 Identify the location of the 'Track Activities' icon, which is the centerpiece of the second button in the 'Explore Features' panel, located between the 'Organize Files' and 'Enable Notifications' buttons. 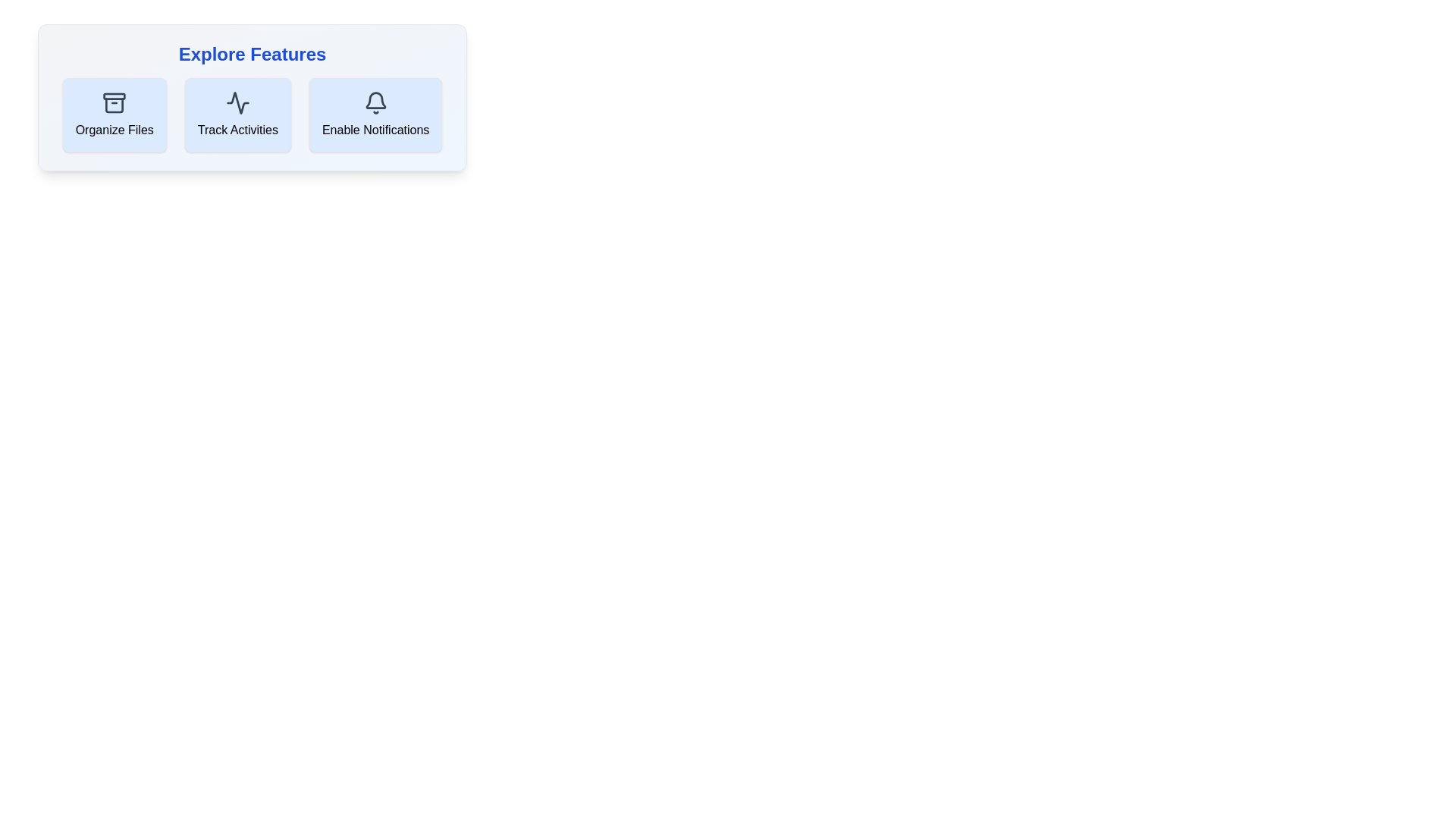
(237, 102).